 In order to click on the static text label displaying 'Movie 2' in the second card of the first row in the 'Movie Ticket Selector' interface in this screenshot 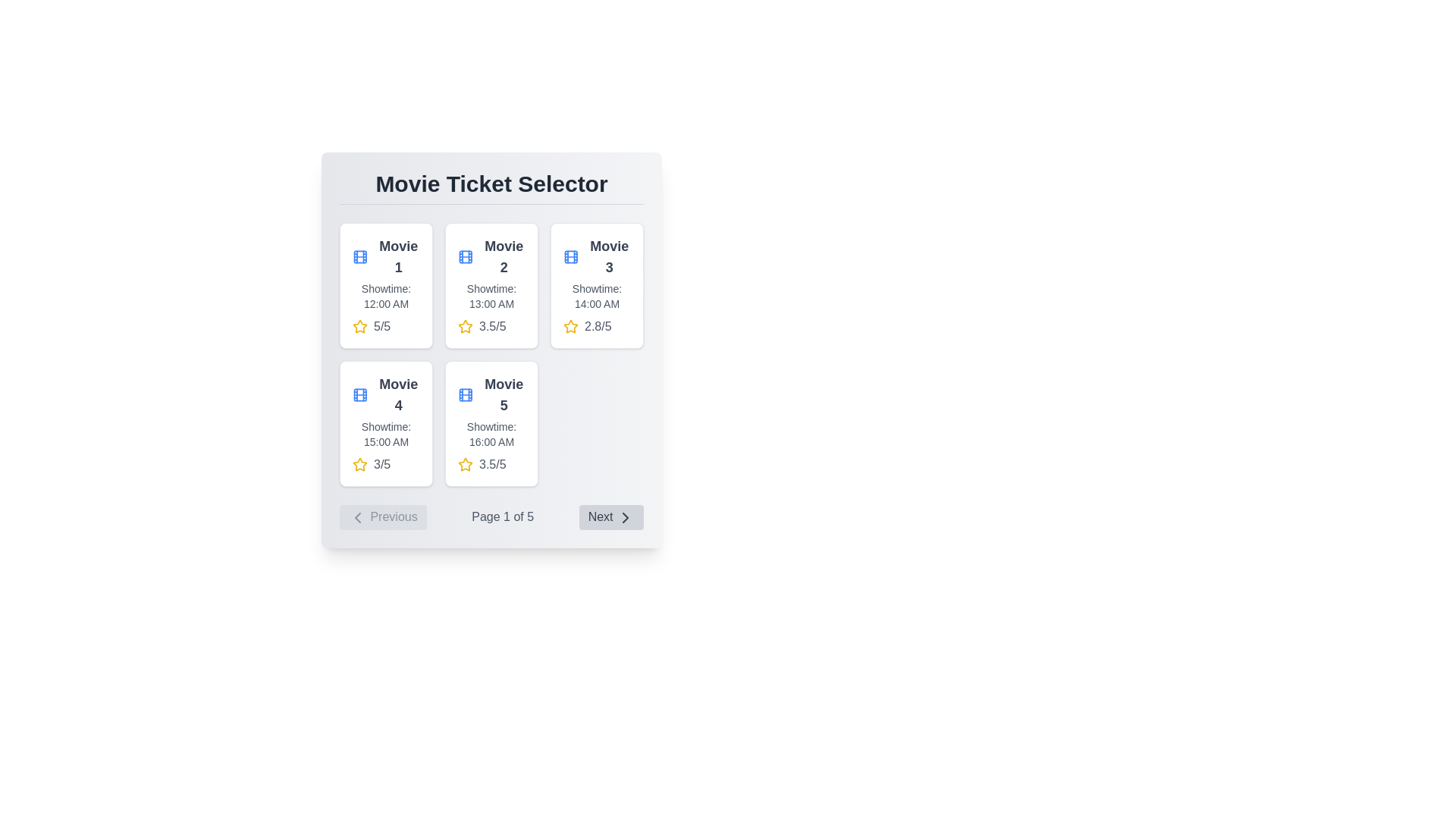, I will do `click(504, 256)`.